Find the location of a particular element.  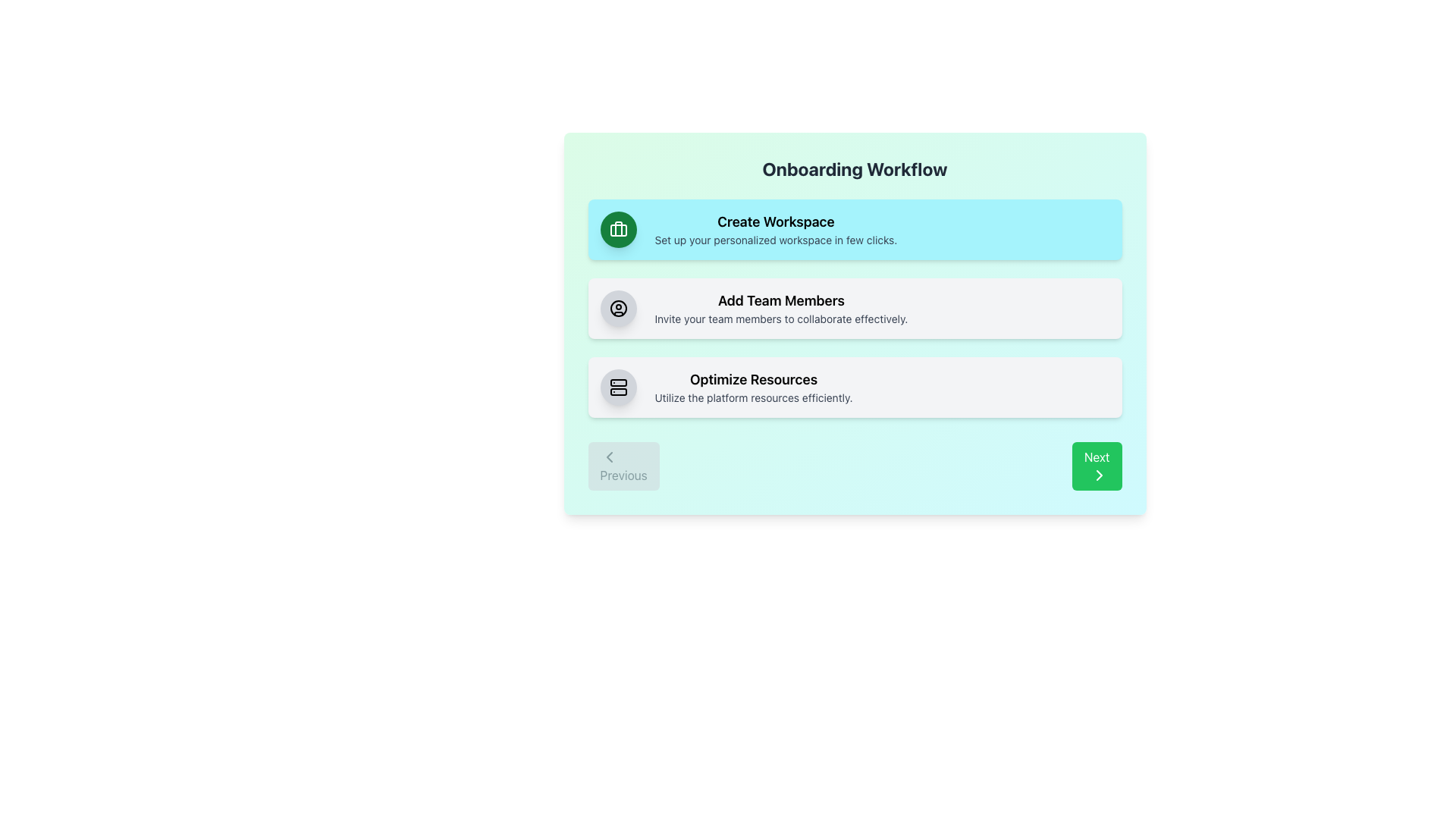

the primary text label of the onboarding section, which indicates the step's purpose within the workflow is located at coordinates (776, 222).